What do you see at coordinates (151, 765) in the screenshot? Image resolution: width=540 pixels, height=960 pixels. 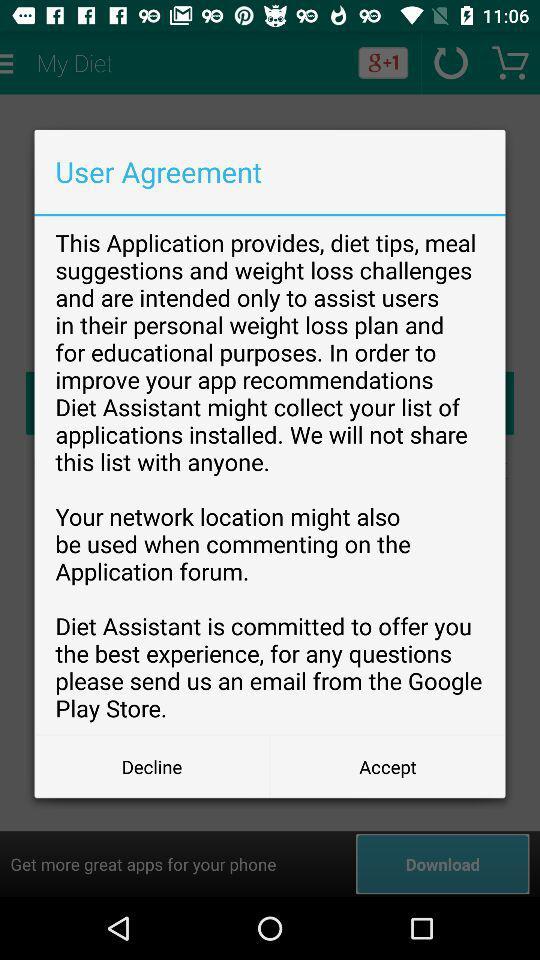 I see `decline` at bounding box center [151, 765].